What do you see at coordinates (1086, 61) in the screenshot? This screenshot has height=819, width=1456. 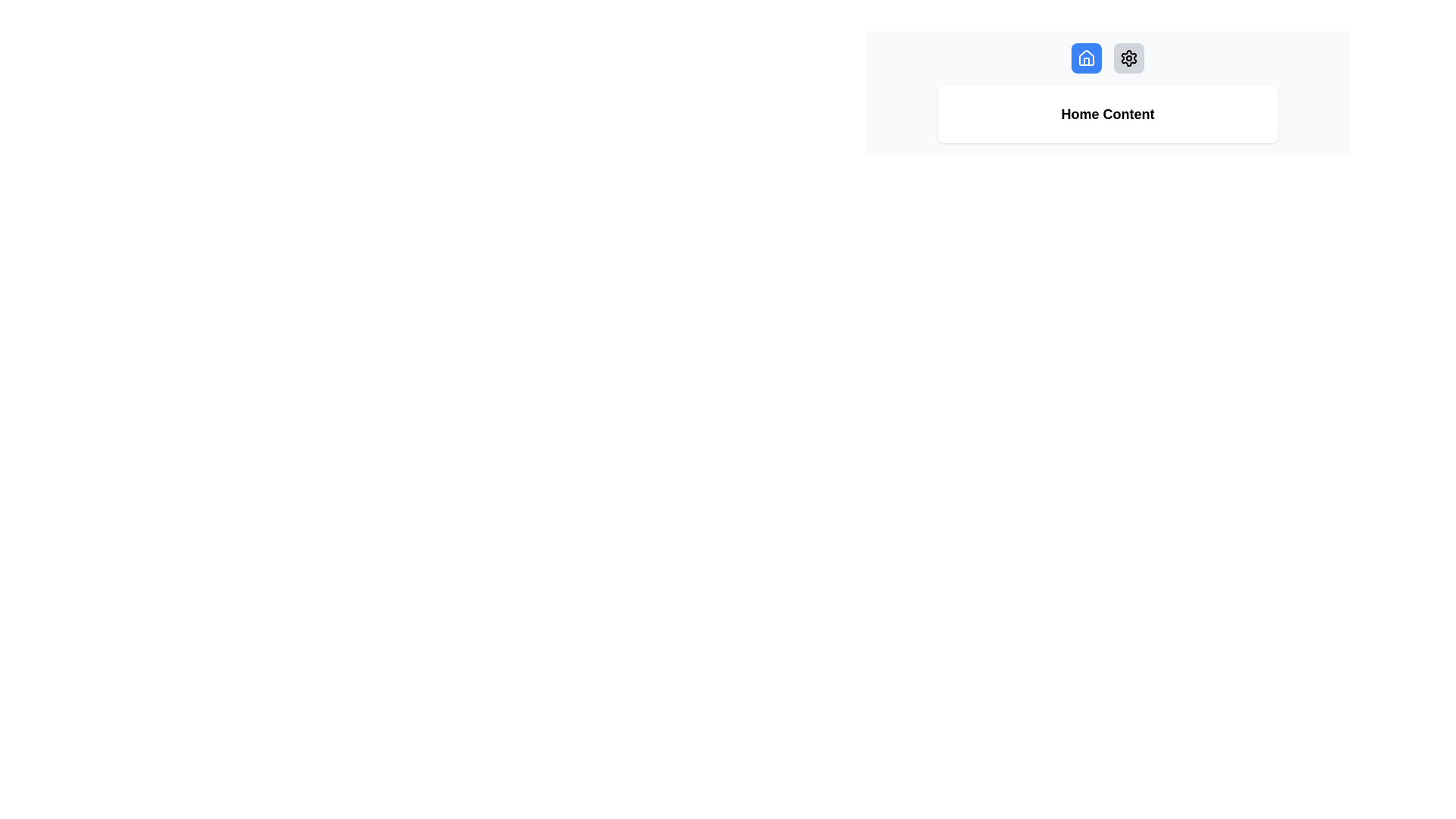 I see `the vertically oriented rectangular navigation button resembling a miniature house` at bounding box center [1086, 61].